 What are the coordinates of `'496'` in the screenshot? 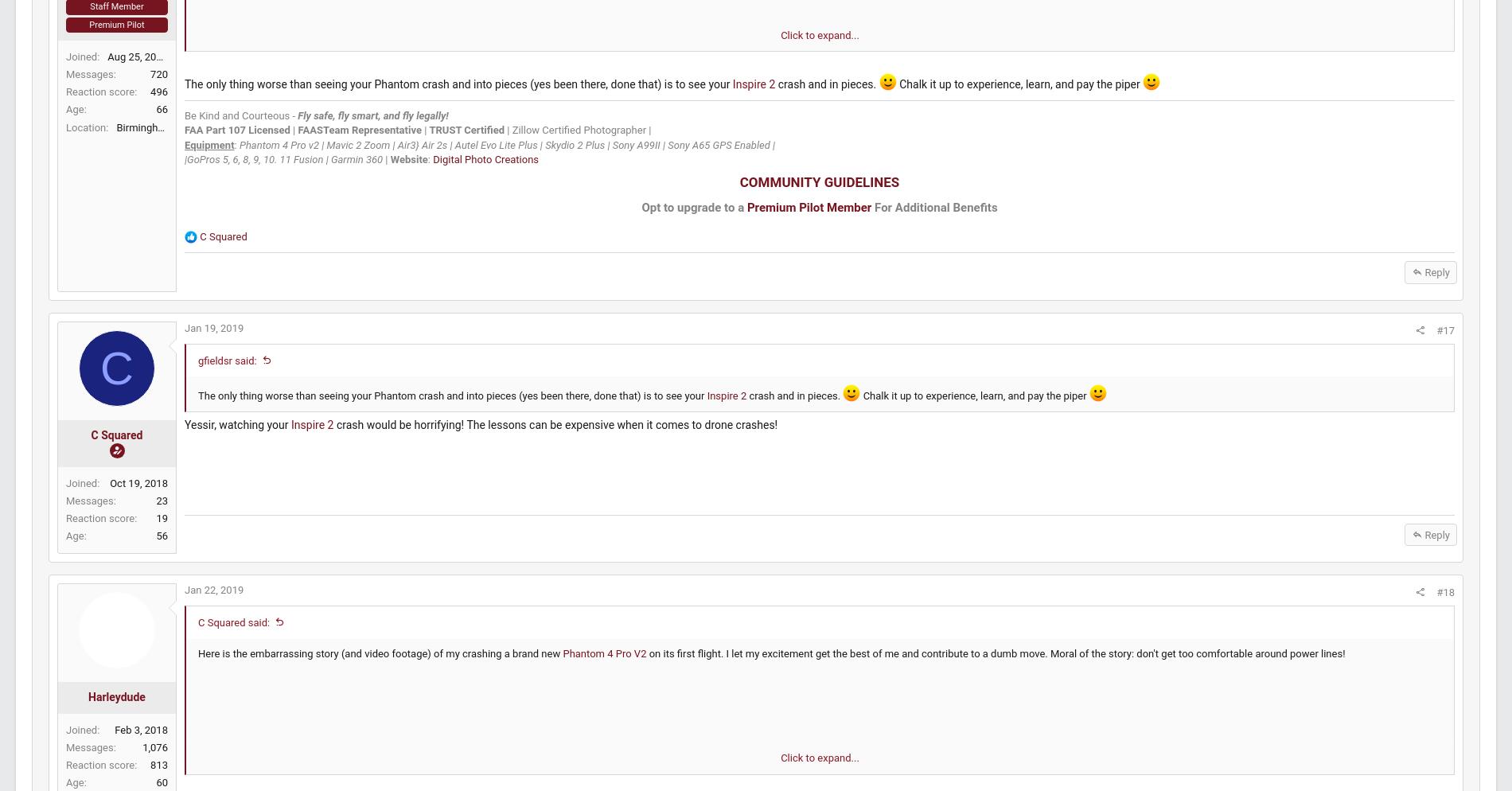 It's located at (196, 123).